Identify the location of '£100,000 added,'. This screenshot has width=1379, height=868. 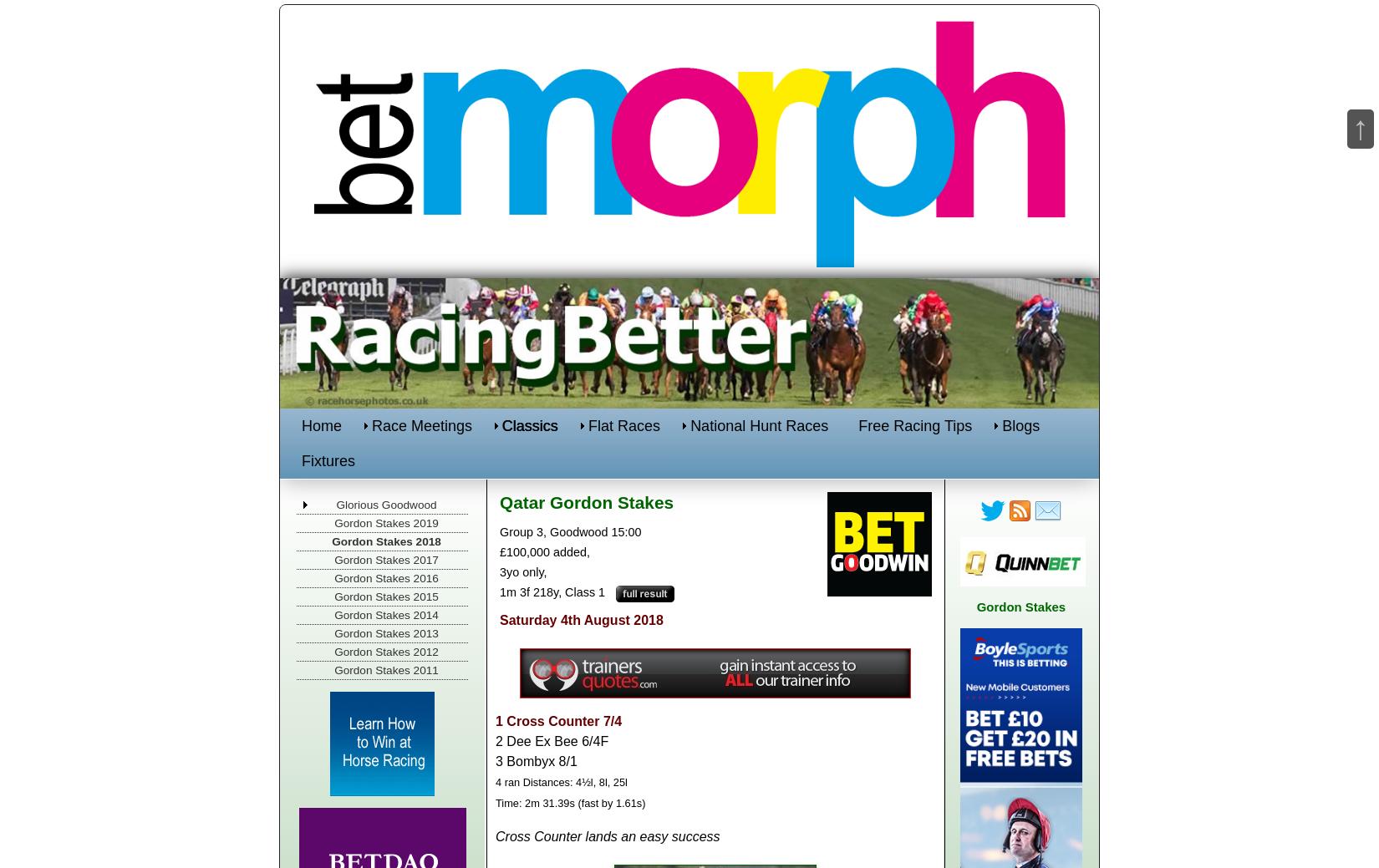
(544, 551).